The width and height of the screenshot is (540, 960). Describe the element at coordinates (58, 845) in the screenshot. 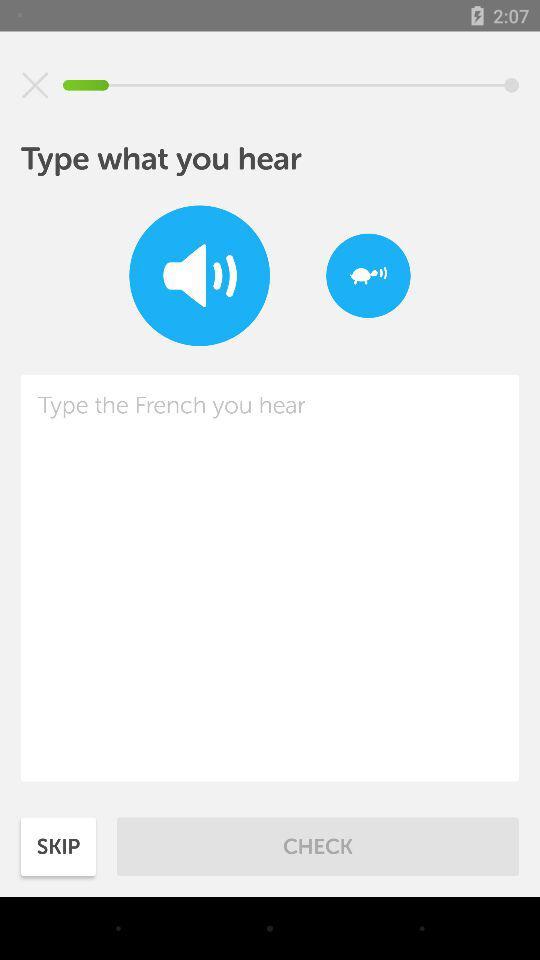

I see `icon to the left of check` at that location.